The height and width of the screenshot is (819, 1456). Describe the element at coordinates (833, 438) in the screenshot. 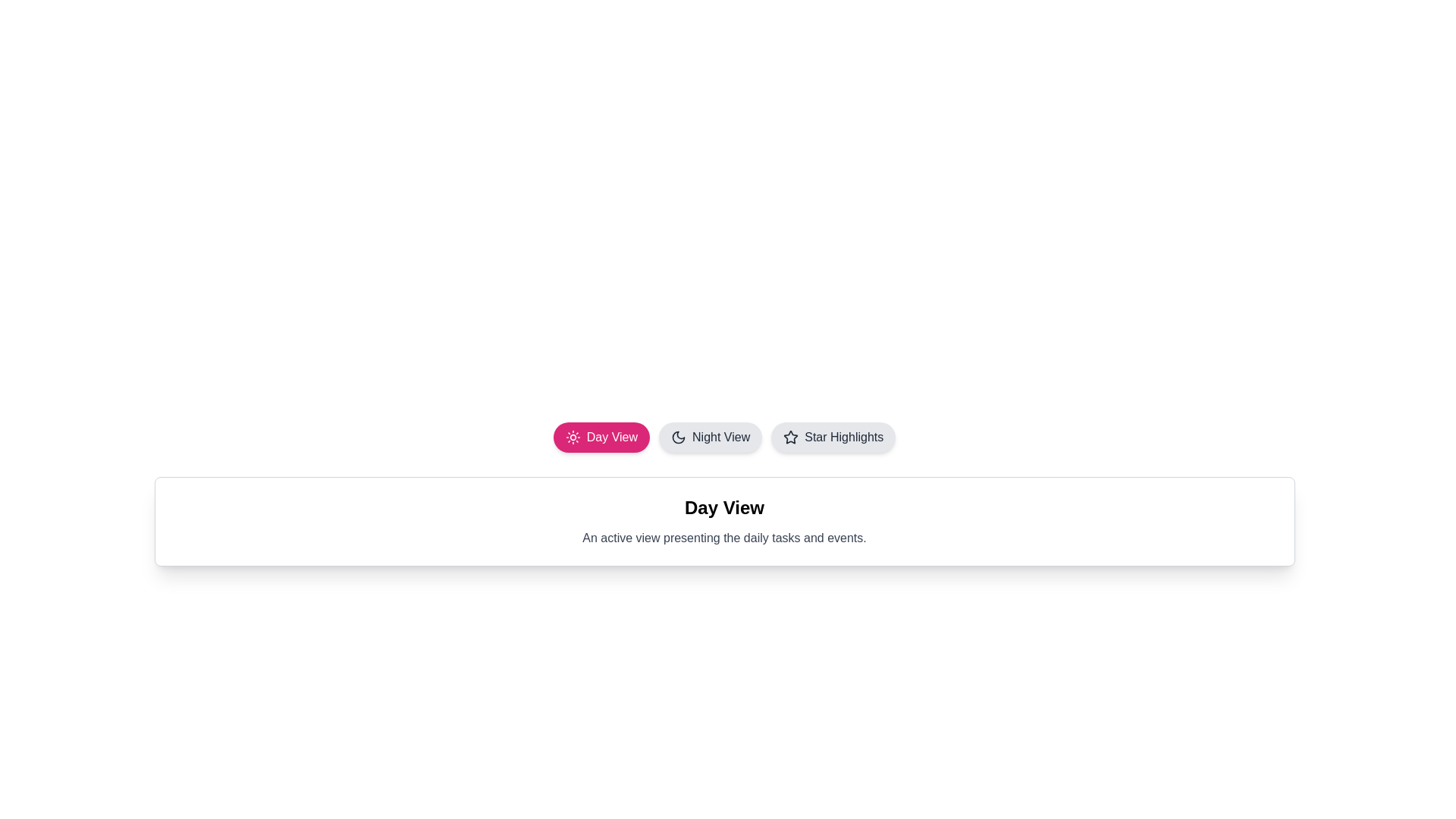

I see `the Star Highlights button for keyboard interaction` at that location.